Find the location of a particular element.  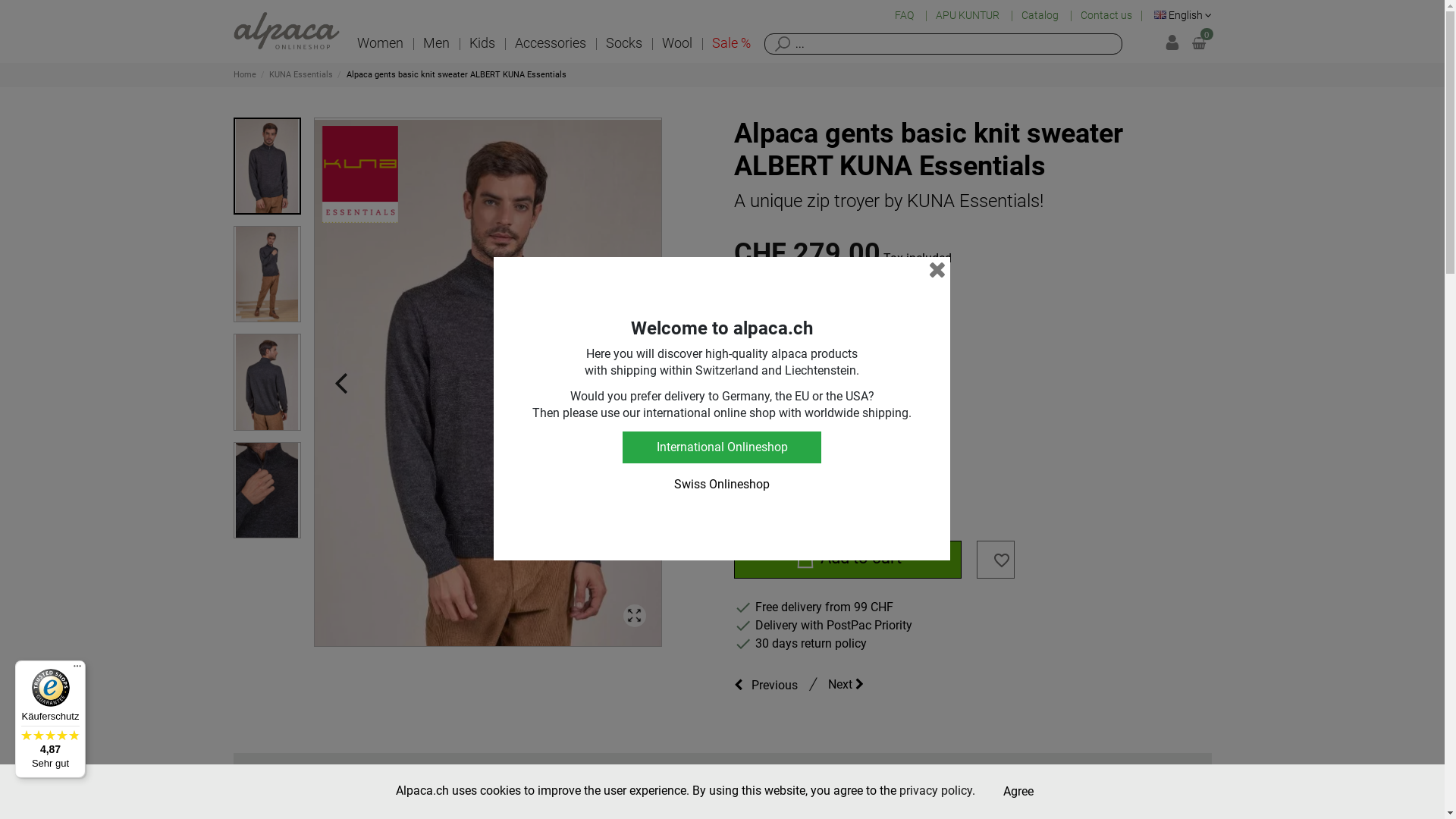

'Sale %' is located at coordinates (731, 42).